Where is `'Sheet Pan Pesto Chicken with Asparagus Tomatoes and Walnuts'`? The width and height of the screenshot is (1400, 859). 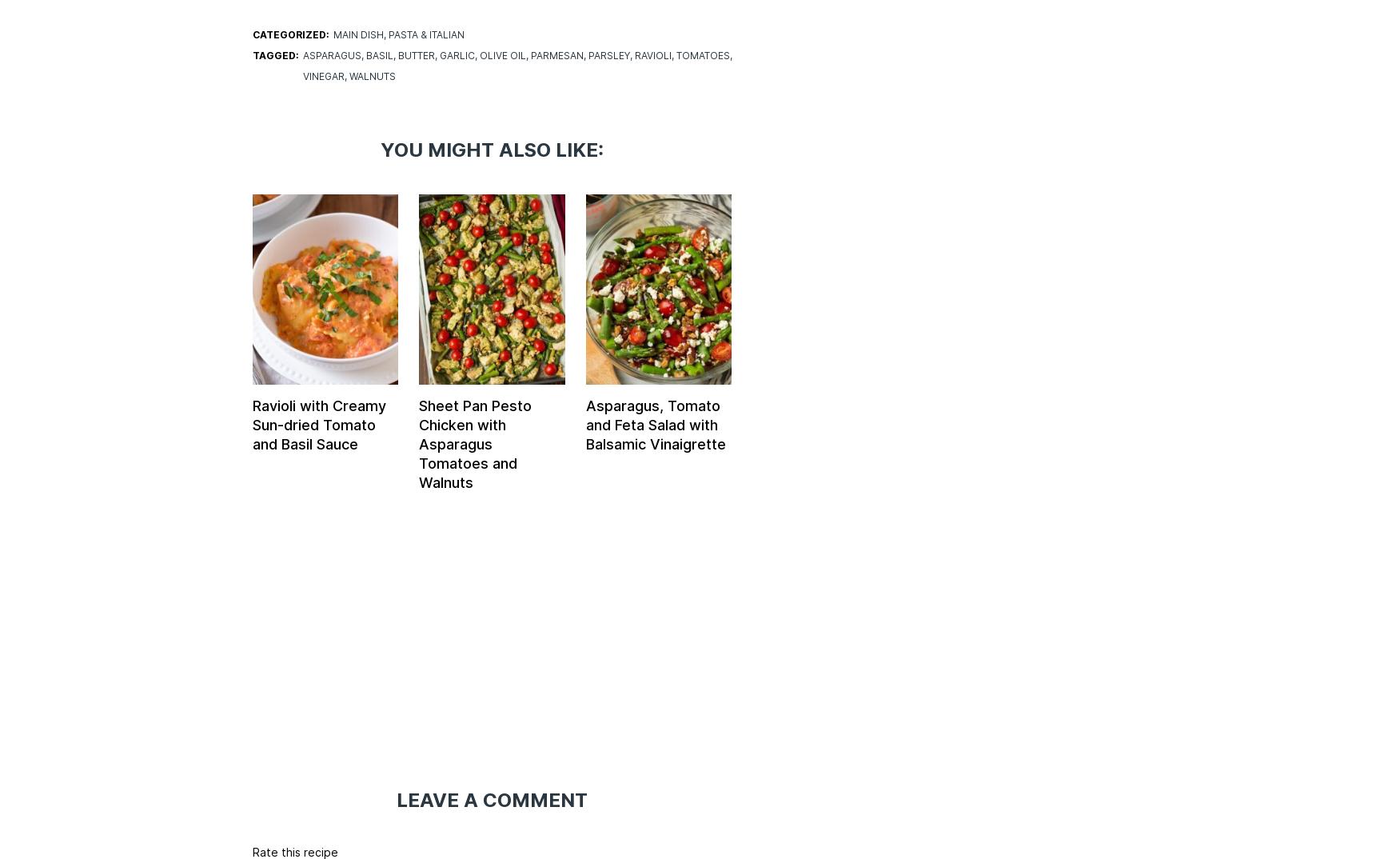 'Sheet Pan Pesto Chicken with Asparagus Tomatoes and Walnuts' is located at coordinates (475, 442).